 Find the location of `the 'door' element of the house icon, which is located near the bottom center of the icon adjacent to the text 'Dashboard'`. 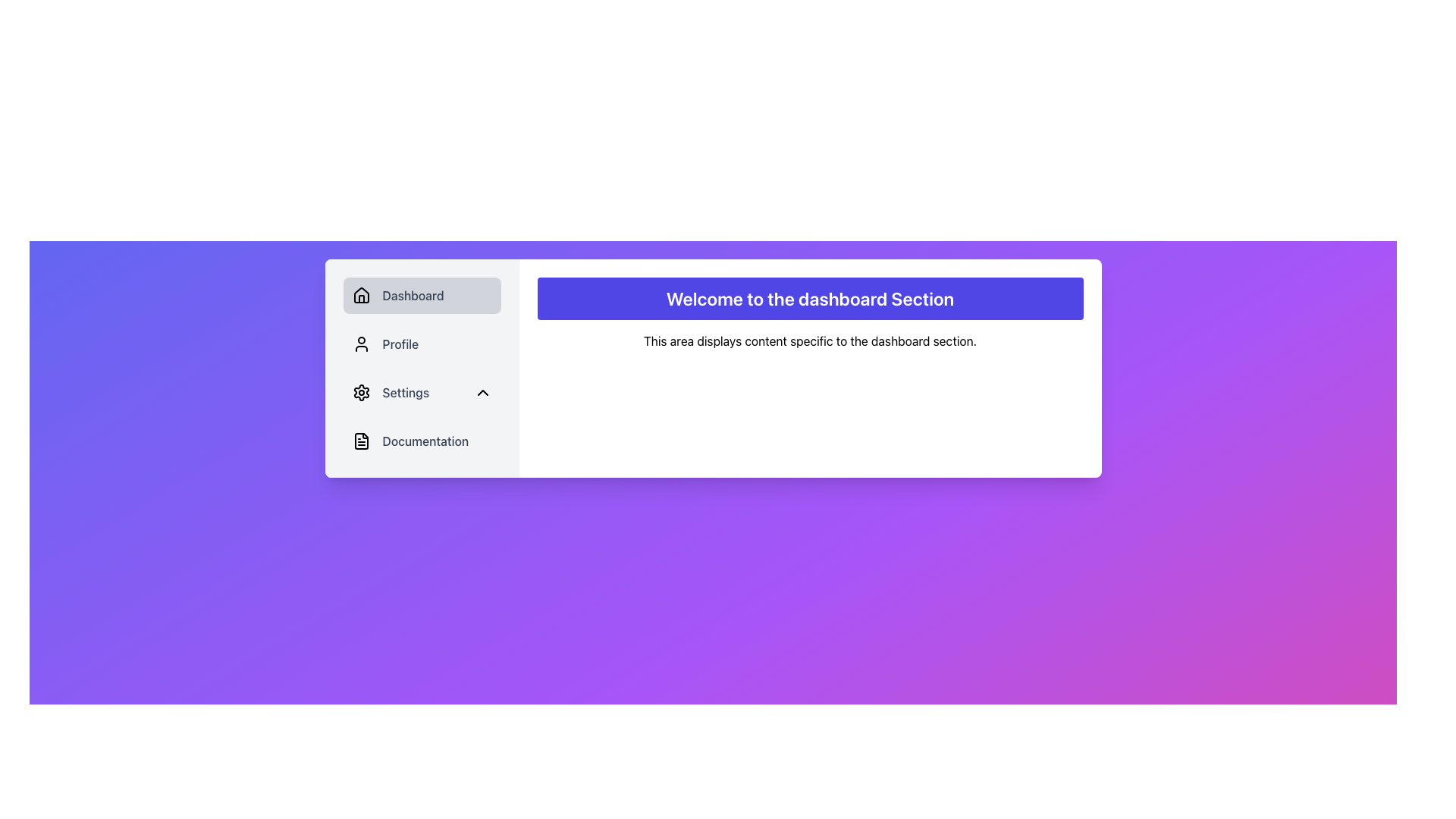

the 'door' element of the house icon, which is located near the bottom center of the icon adjacent to the text 'Dashboard' is located at coordinates (360, 299).